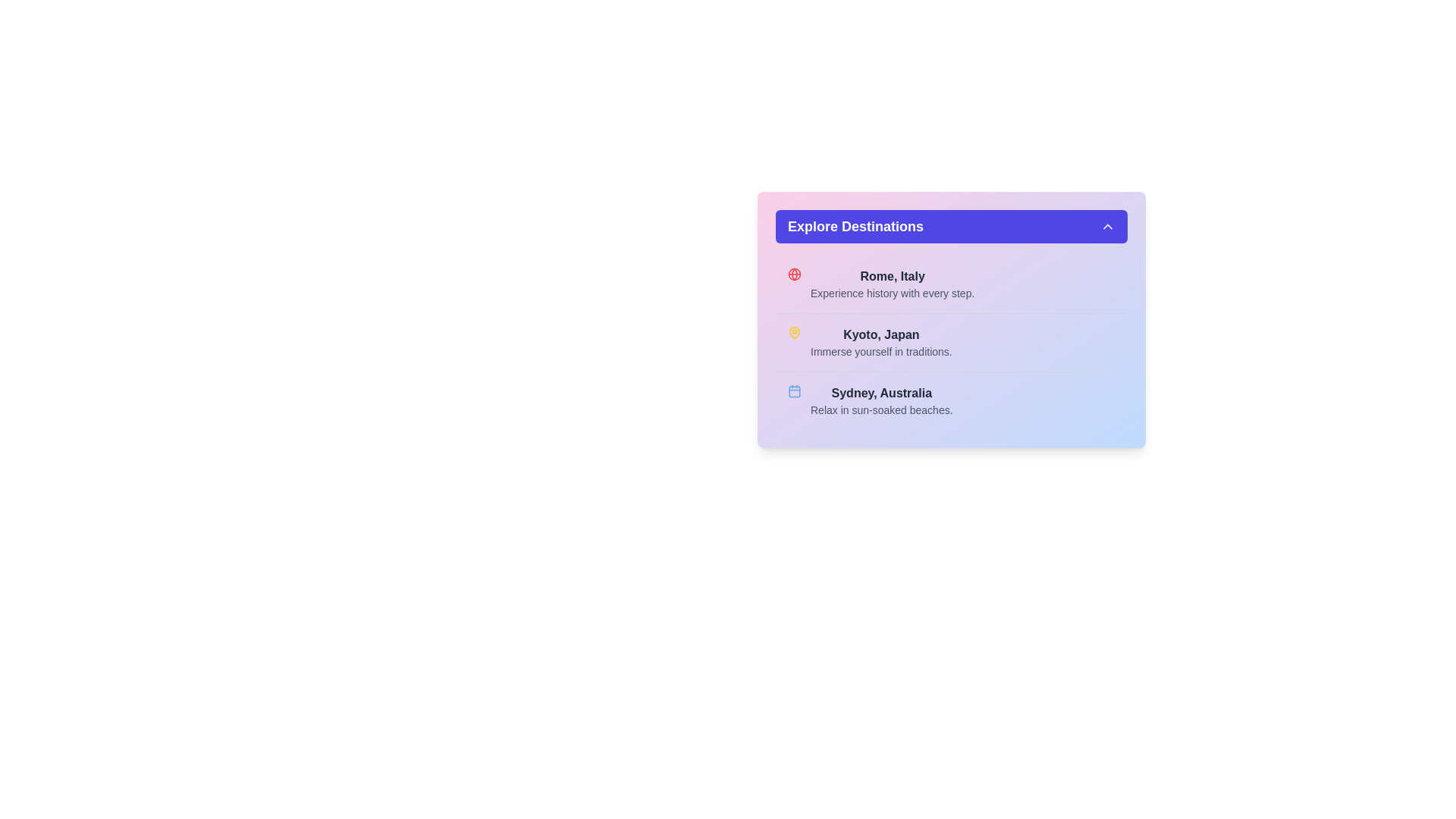 The height and width of the screenshot is (819, 1456). What do you see at coordinates (950, 284) in the screenshot?
I see `the first list item in the 'Explore Destinations' section that provides an overview of Rome, which includes an icon and text` at bounding box center [950, 284].